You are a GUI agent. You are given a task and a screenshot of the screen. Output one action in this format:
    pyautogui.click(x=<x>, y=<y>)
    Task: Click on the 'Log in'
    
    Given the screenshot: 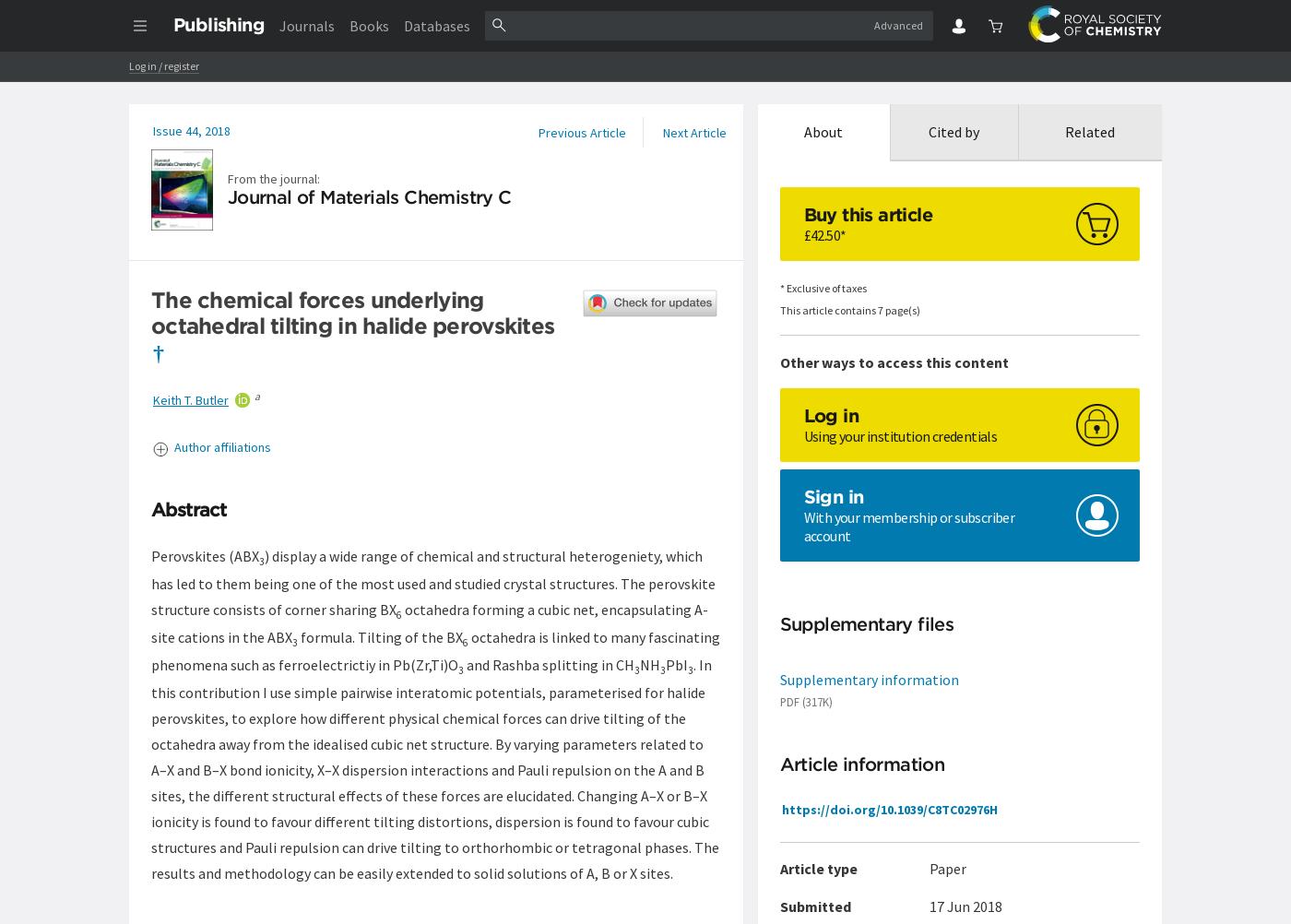 What is the action you would take?
    pyautogui.click(x=802, y=414)
    